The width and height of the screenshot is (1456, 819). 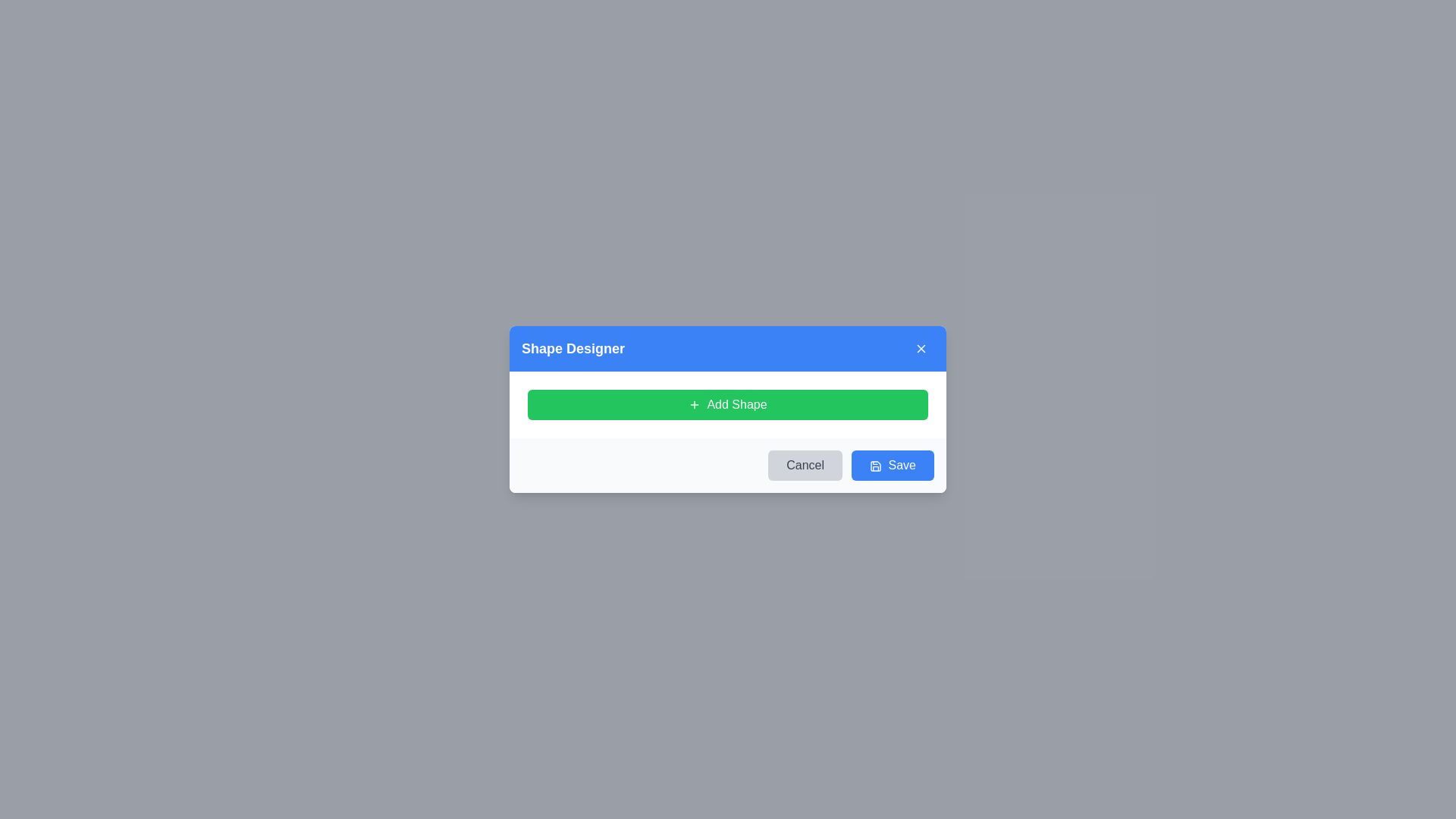 I want to click on the save icon located to the left of the Save button at the bottom-right of the dialog box, so click(x=876, y=465).